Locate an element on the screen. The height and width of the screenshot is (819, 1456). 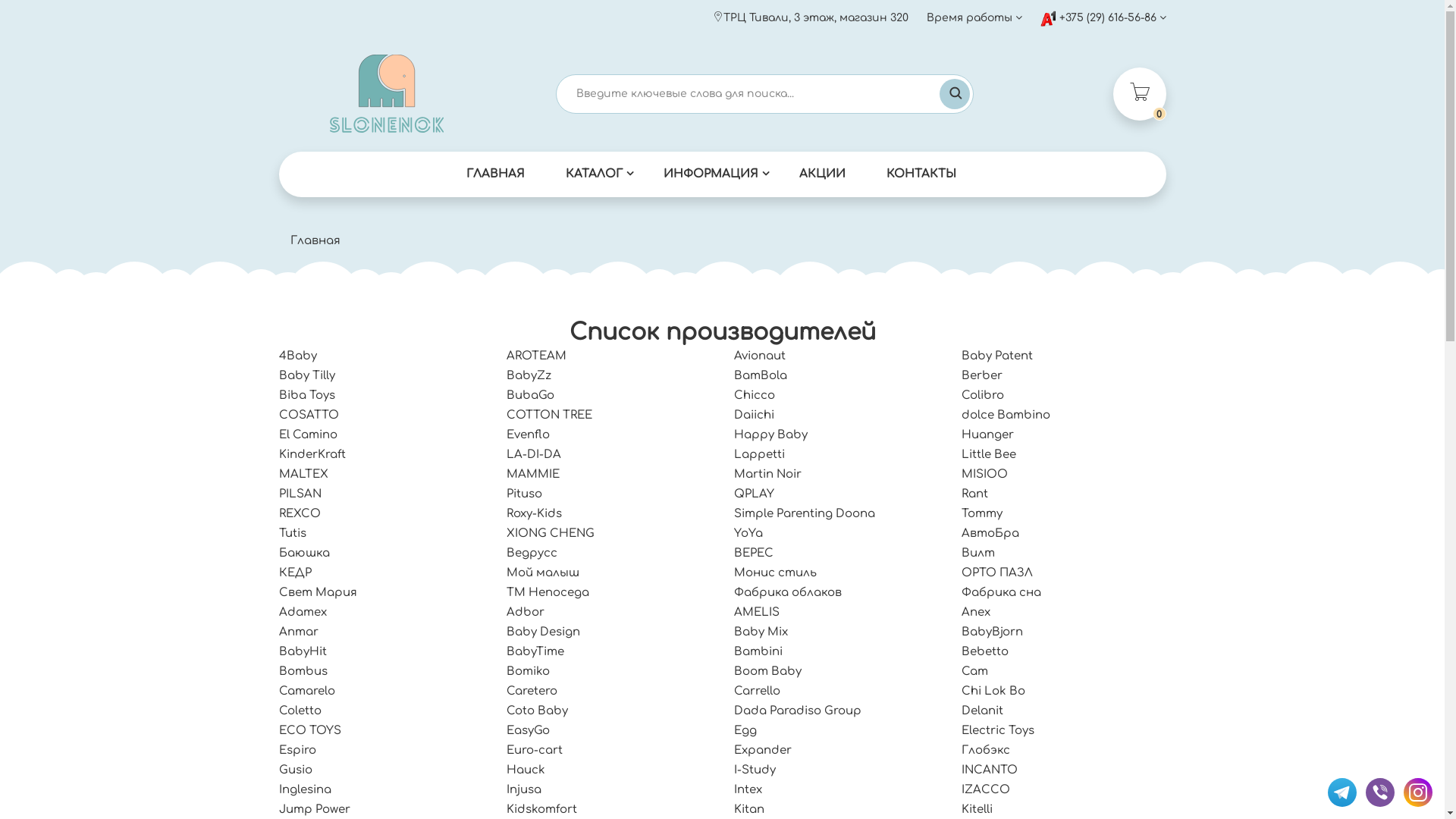
'Dada Paradiso Group' is located at coordinates (734, 711).